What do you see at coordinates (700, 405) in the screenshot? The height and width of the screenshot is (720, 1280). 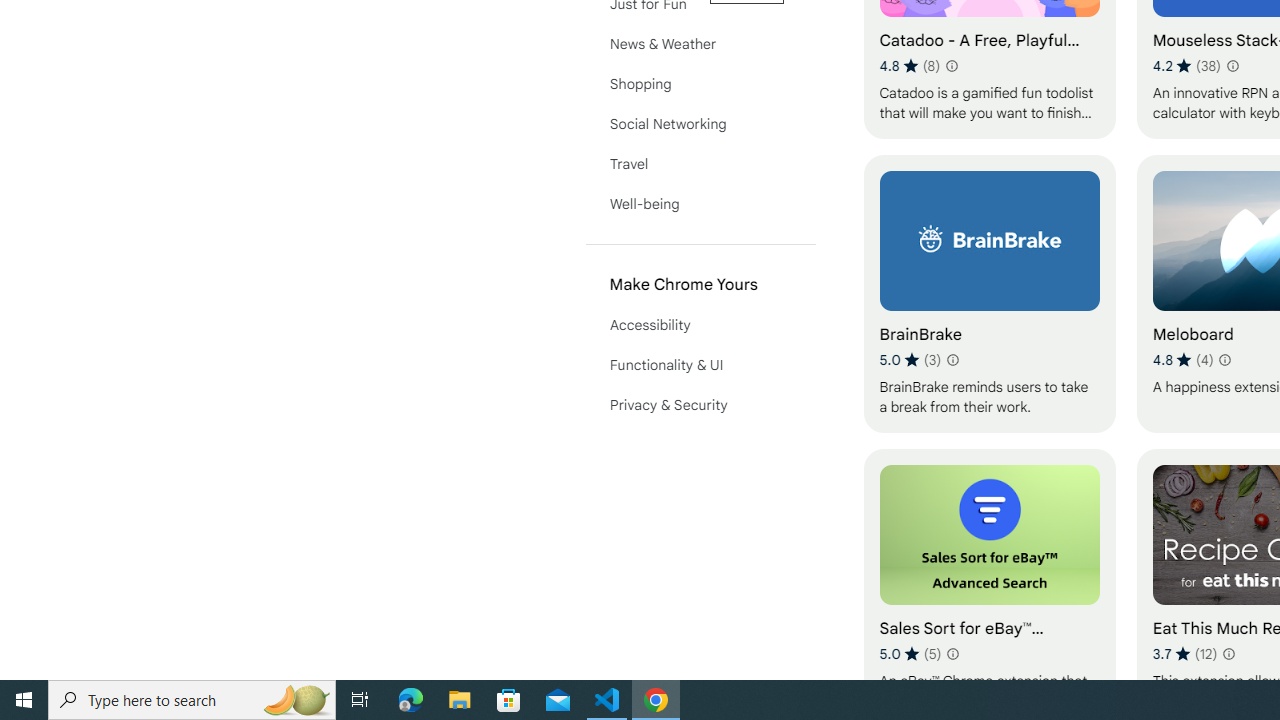 I see `'Privacy & Security'` at bounding box center [700, 405].